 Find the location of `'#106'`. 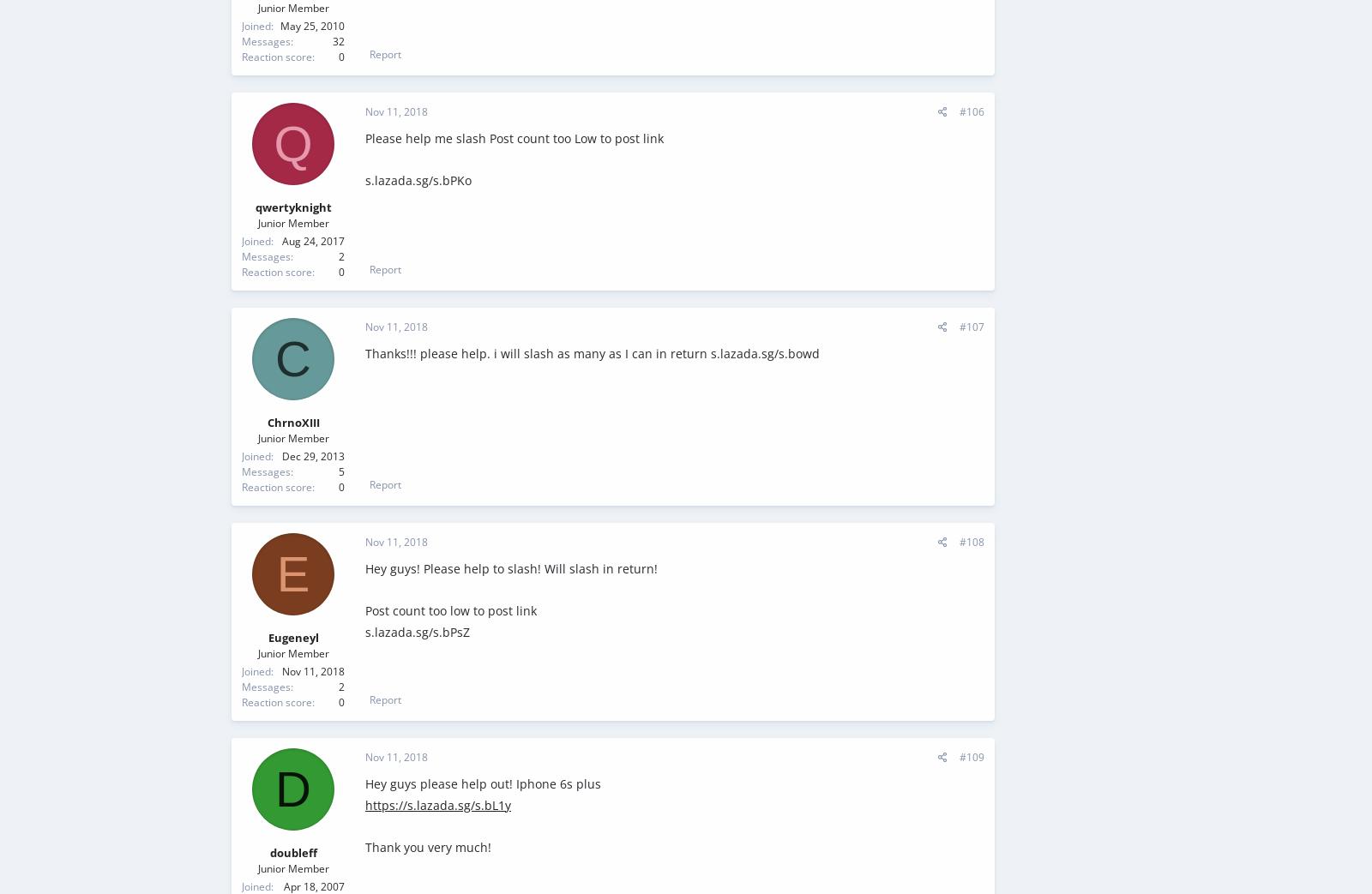

'#106' is located at coordinates (960, 111).